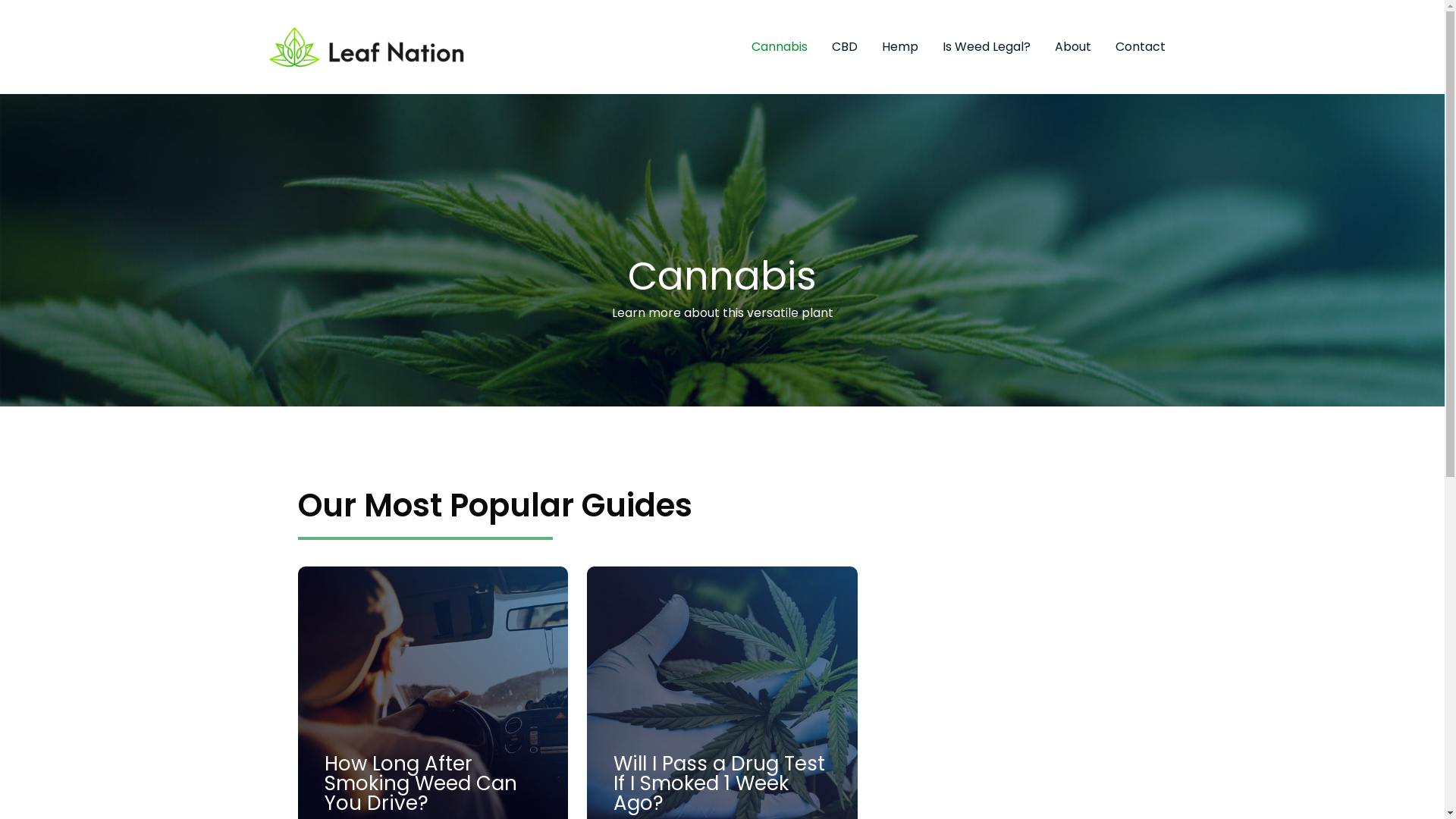 This screenshot has height=819, width=1456. What do you see at coordinates (421, 783) in the screenshot?
I see `'How Long After Smoking Weed Can You Drive?'` at bounding box center [421, 783].